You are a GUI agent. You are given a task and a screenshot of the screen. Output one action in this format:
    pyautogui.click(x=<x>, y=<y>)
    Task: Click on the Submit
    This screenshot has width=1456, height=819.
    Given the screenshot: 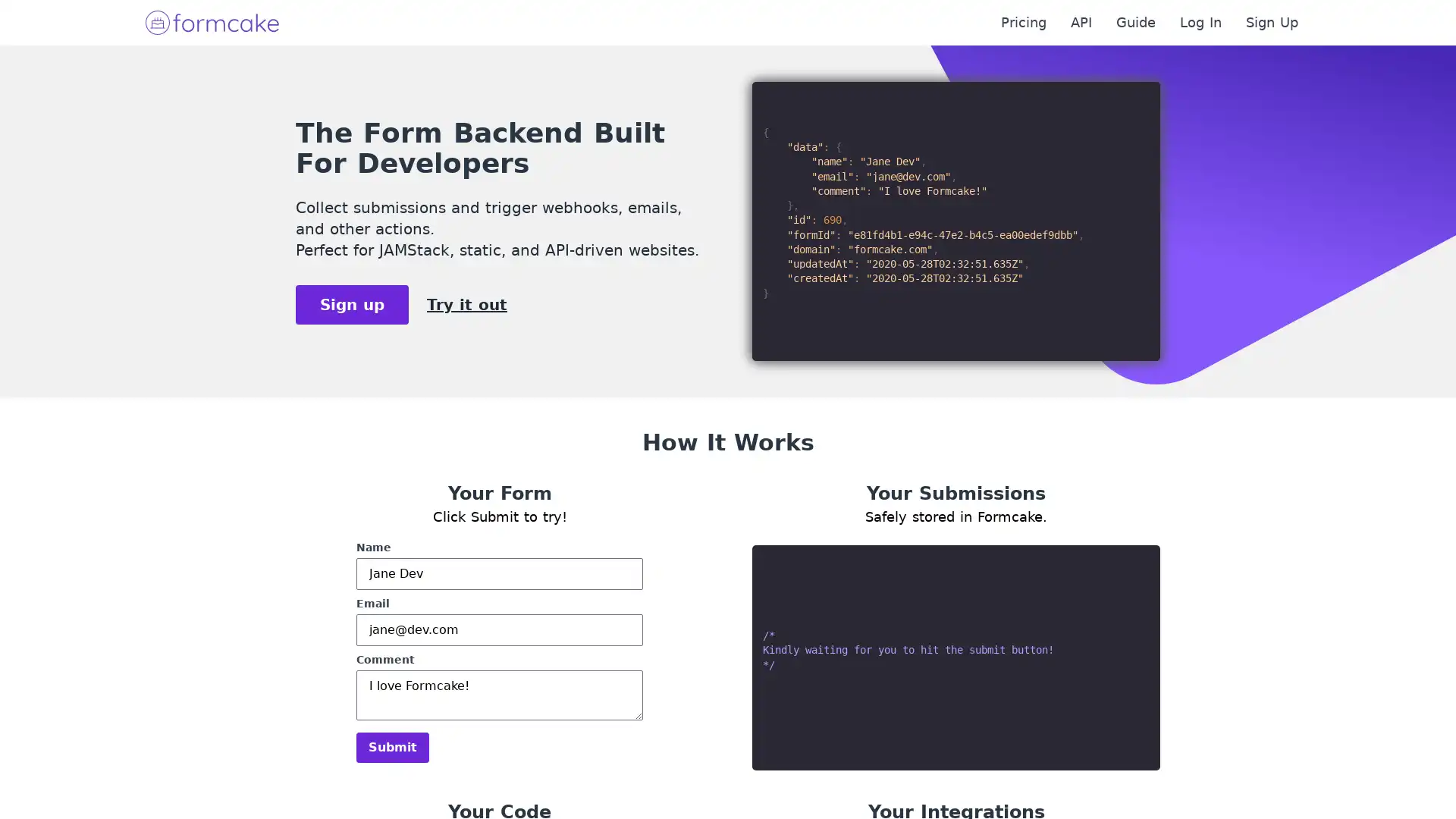 What is the action you would take?
    pyautogui.click(x=393, y=745)
    